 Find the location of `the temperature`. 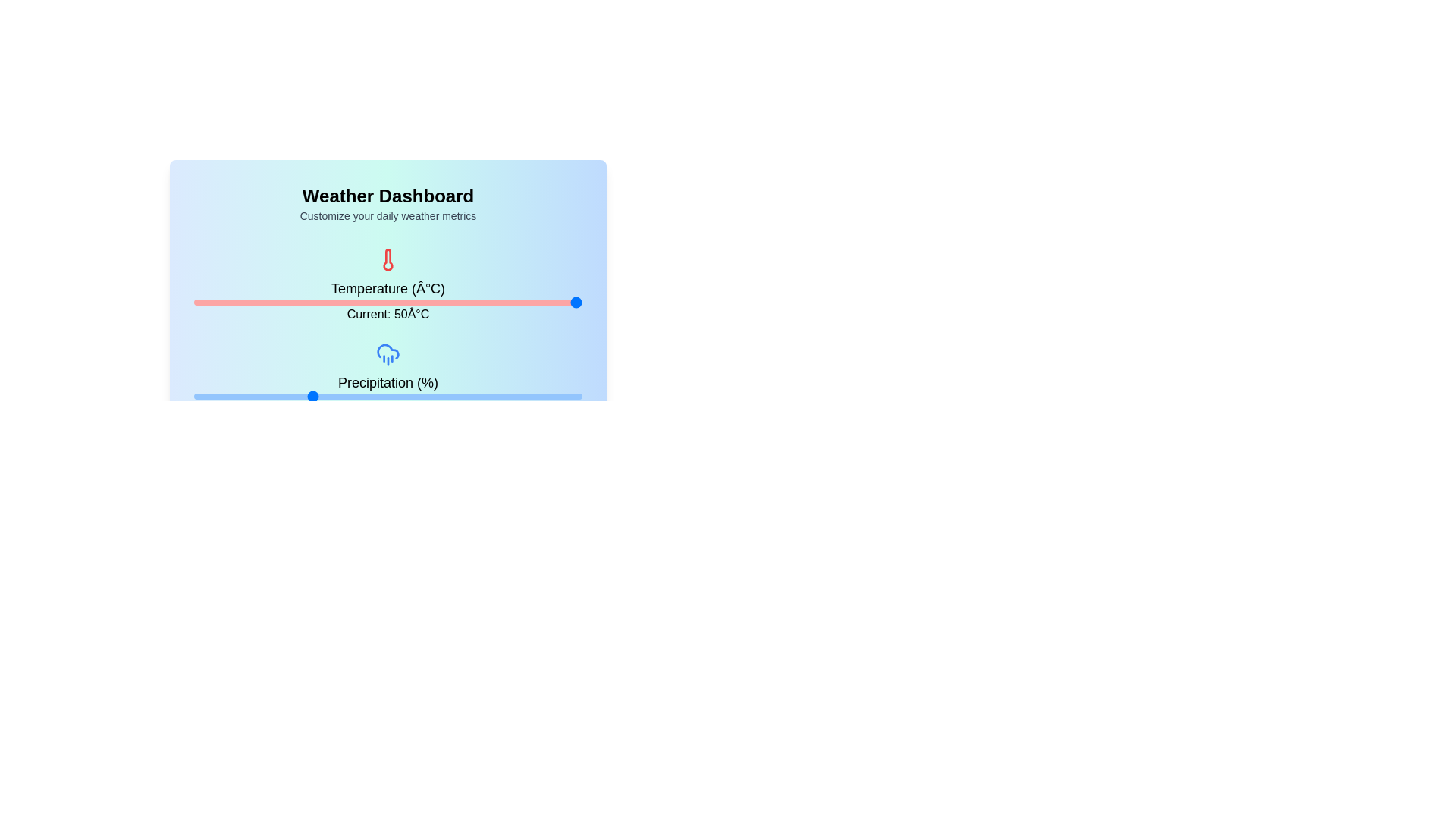

the temperature is located at coordinates (226, 302).